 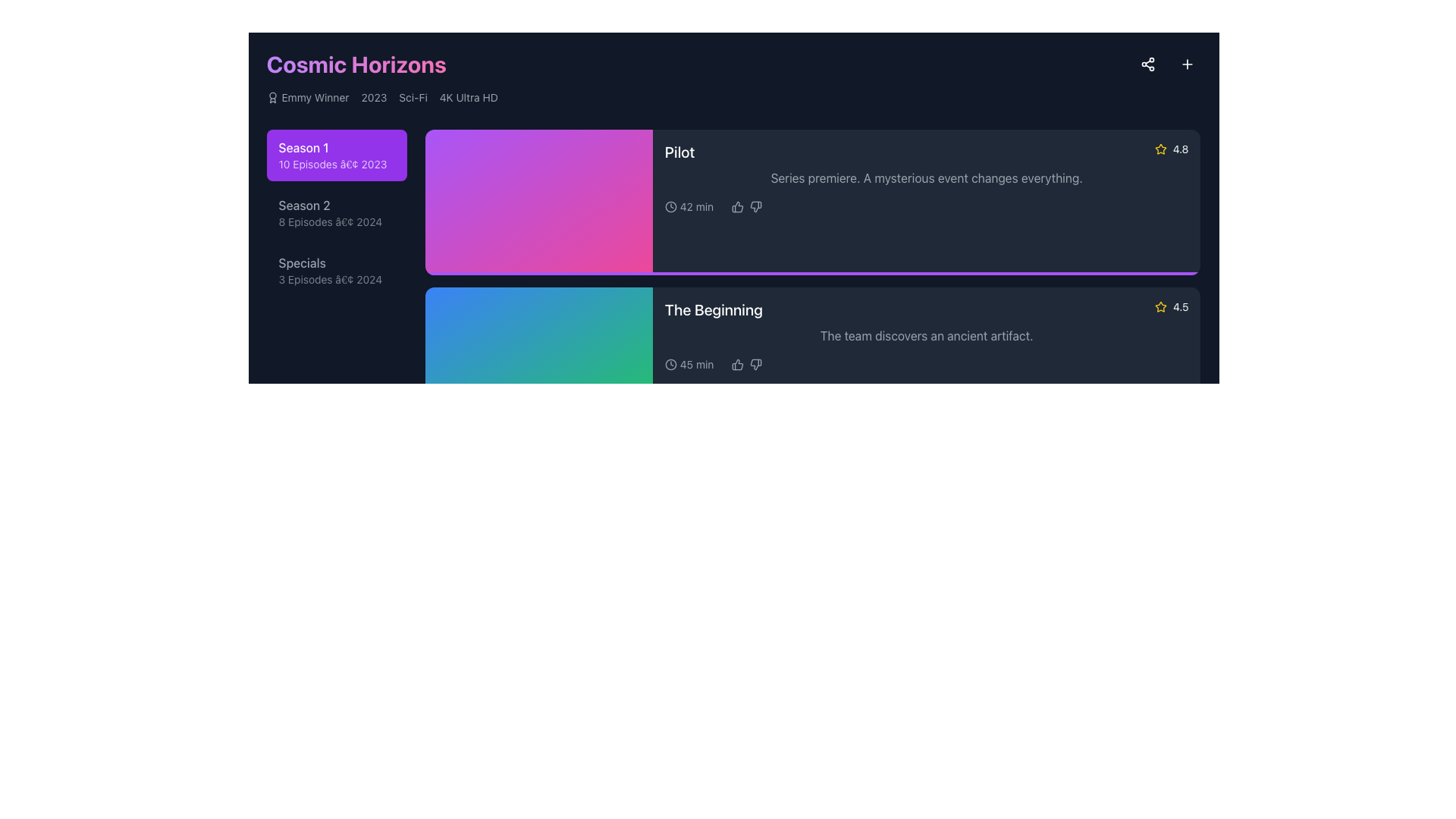 What do you see at coordinates (1180, 307) in the screenshot?
I see `the numerical rating text element located in the bottom-right corner of the lower card representing an episode, which follows a star icon` at bounding box center [1180, 307].